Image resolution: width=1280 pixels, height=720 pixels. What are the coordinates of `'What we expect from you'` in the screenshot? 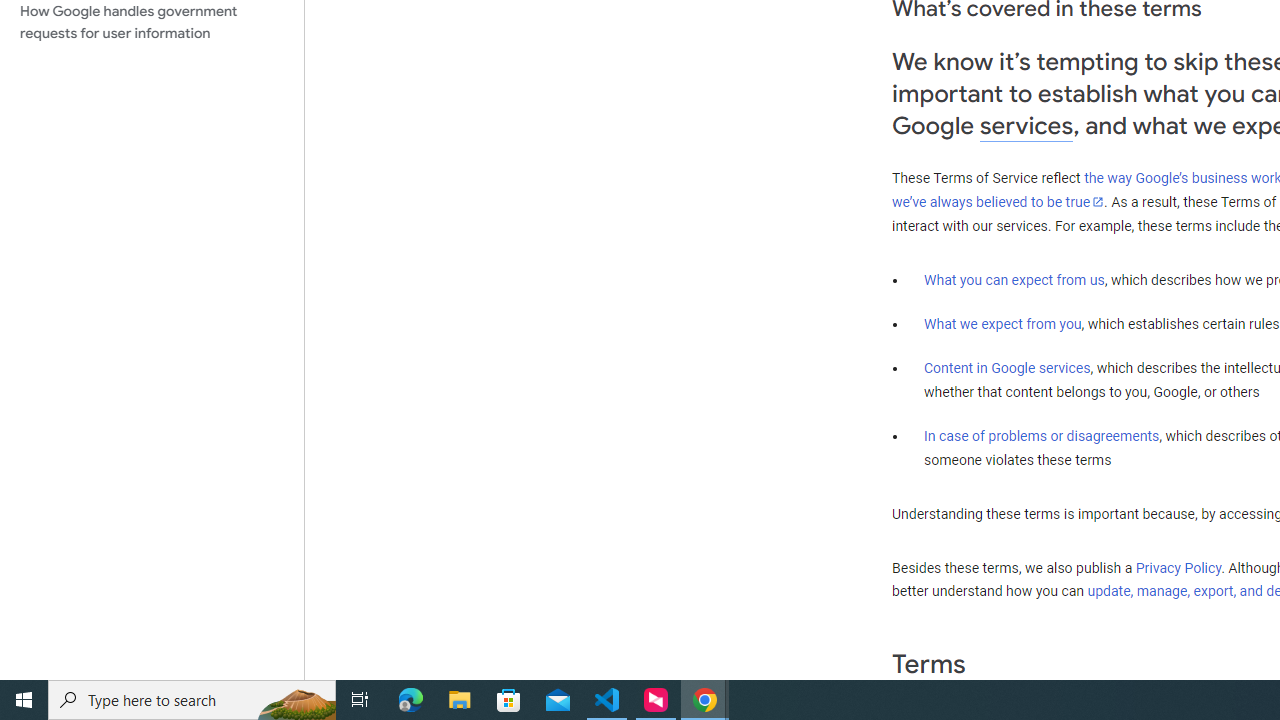 It's located at (1002, 323).